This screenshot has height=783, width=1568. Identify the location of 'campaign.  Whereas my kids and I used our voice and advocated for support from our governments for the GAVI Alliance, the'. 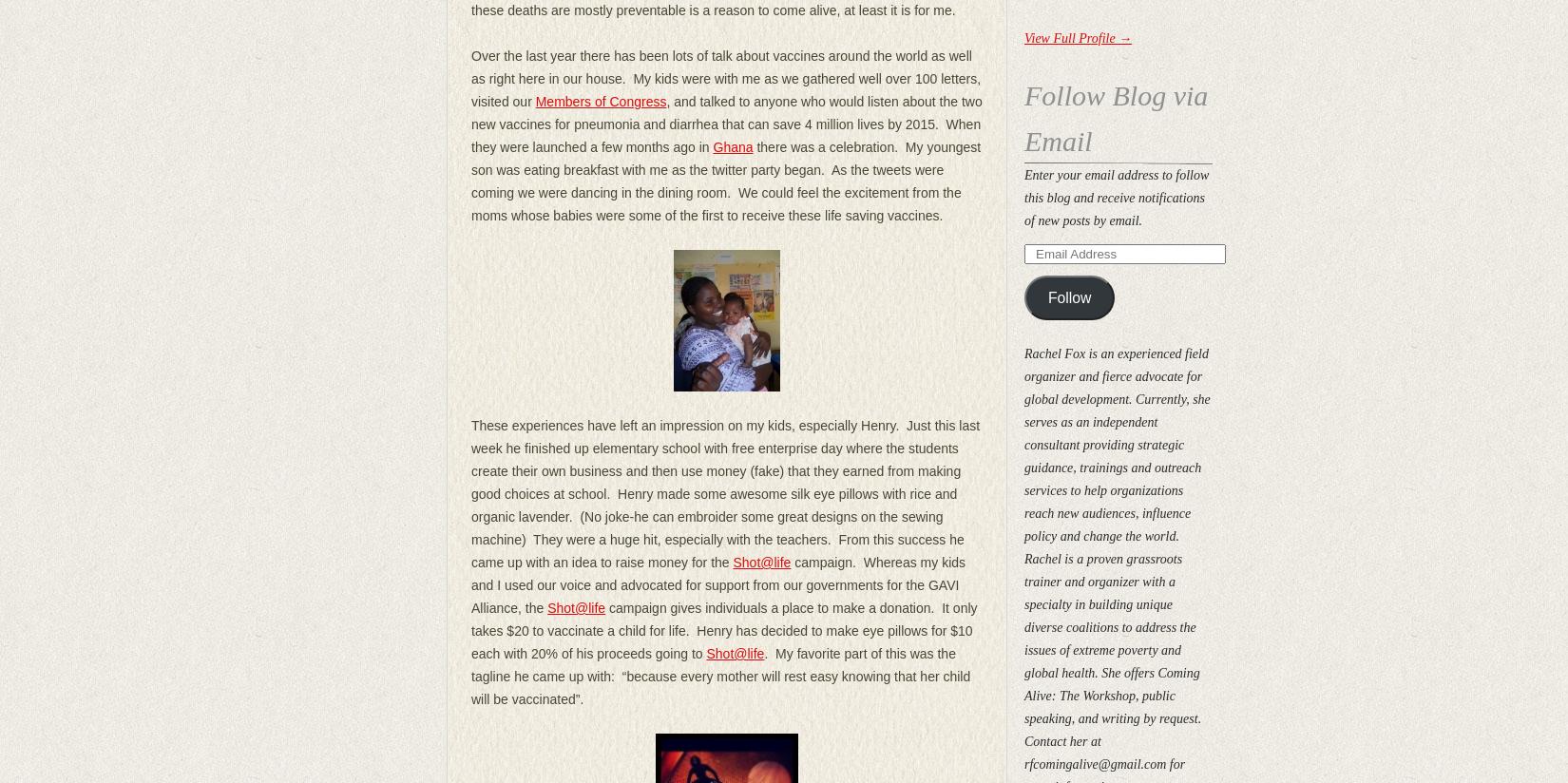
(717, 585).